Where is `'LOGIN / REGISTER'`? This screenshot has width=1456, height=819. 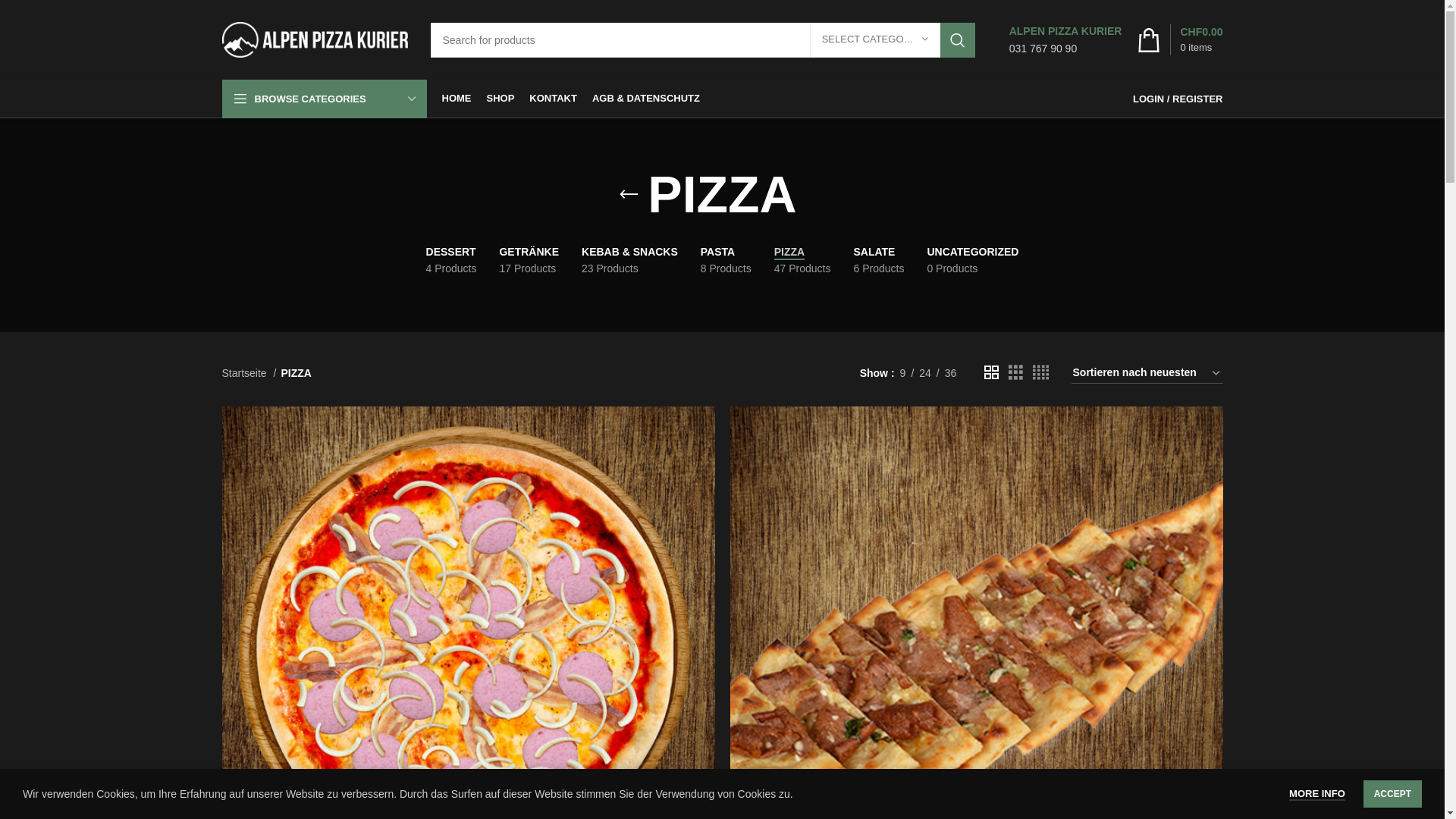
'LOGIN / REGISTER' is located at coordinates (1177, 99).